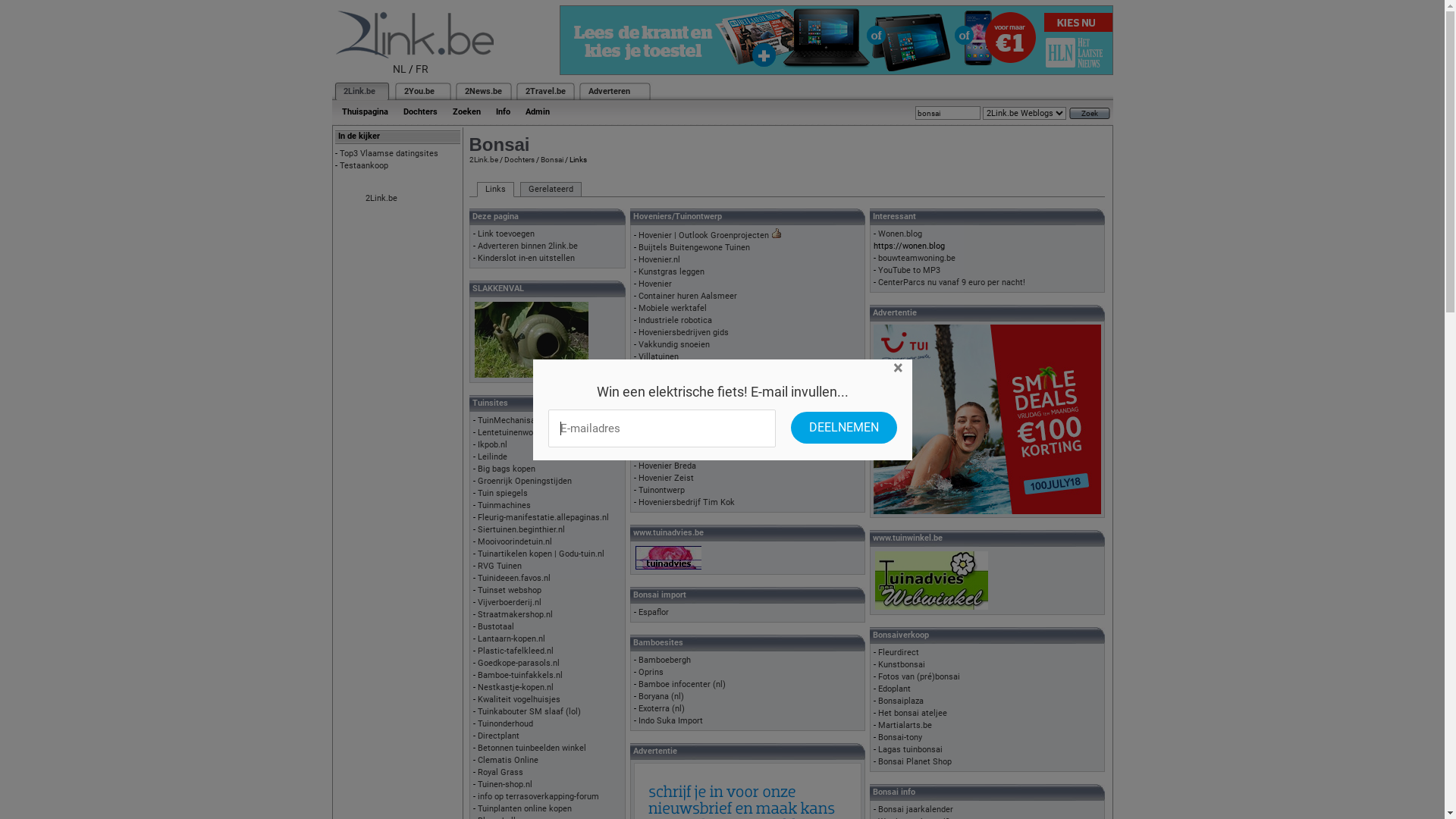  I want to click on 'Martialarts.be', so click(905, 724).